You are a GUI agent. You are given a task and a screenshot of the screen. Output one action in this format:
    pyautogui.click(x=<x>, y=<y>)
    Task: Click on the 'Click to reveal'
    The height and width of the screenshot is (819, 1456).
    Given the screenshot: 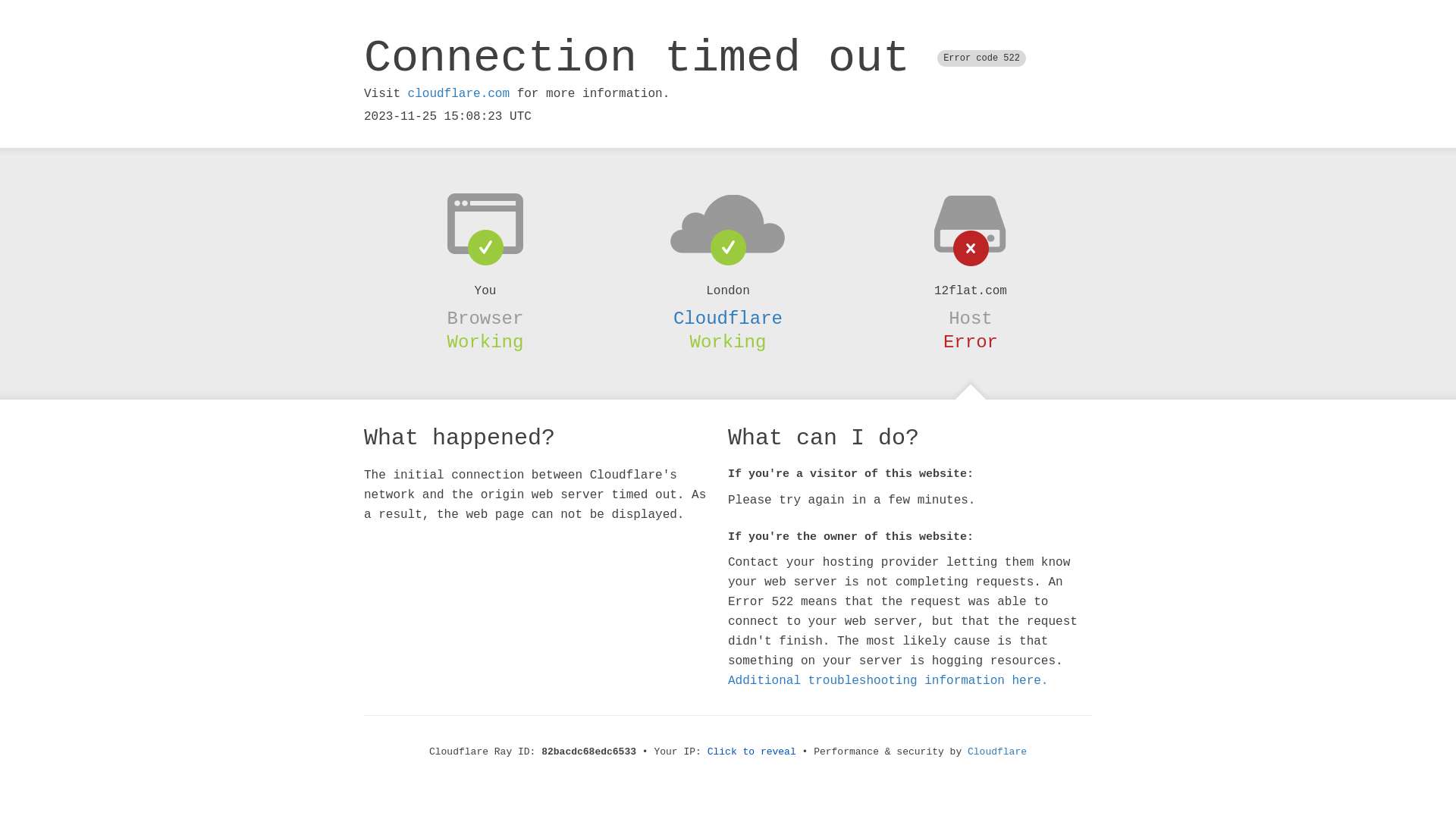 What is the action you would take?
    pyautogui.click(x=752, y=752)
    